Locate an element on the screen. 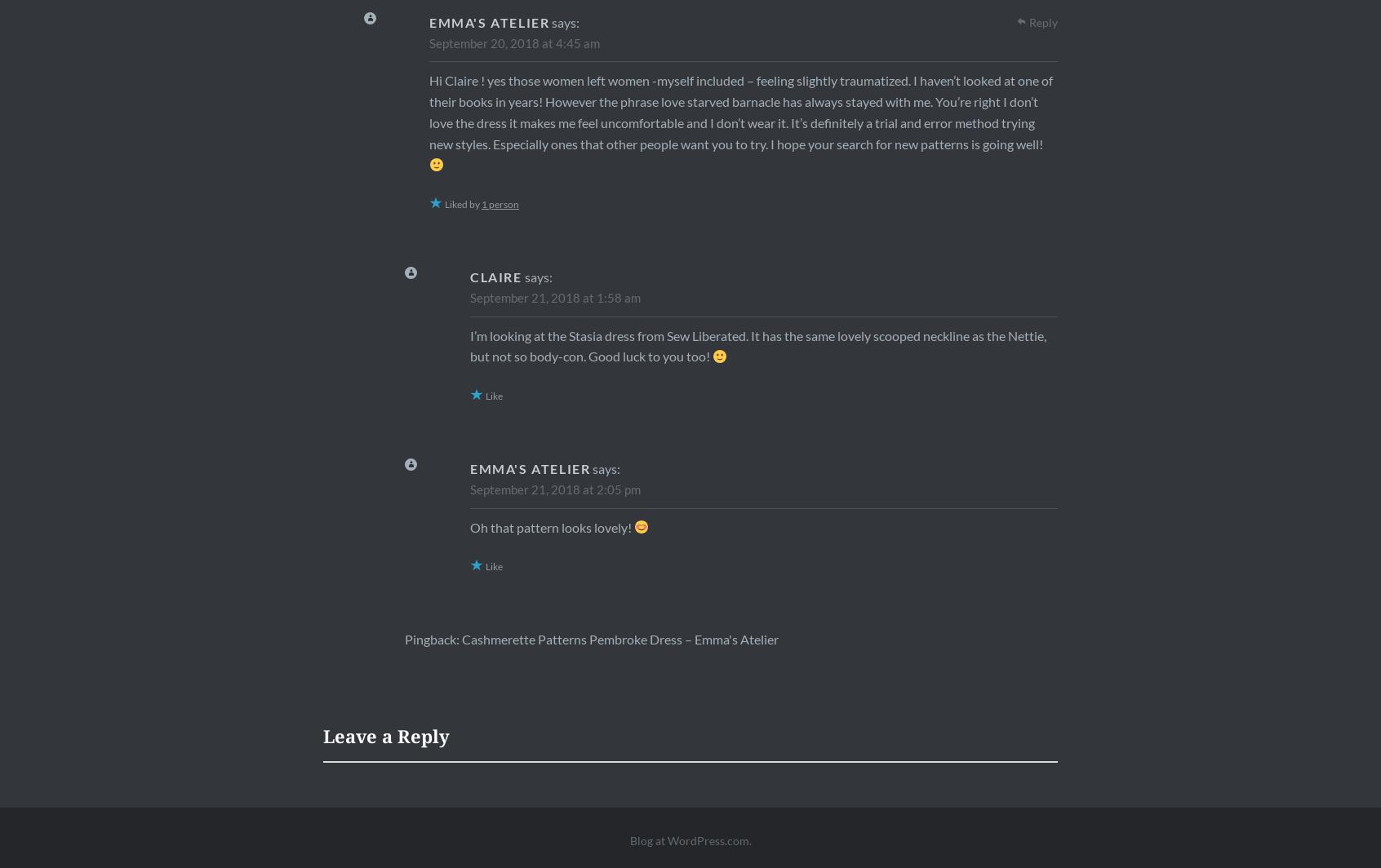 This screenshot has height=868, width=1381. 'Cashmerette Patterns Pembroke Dress – Emma's Atelier' is located at coordinates (619, 639).